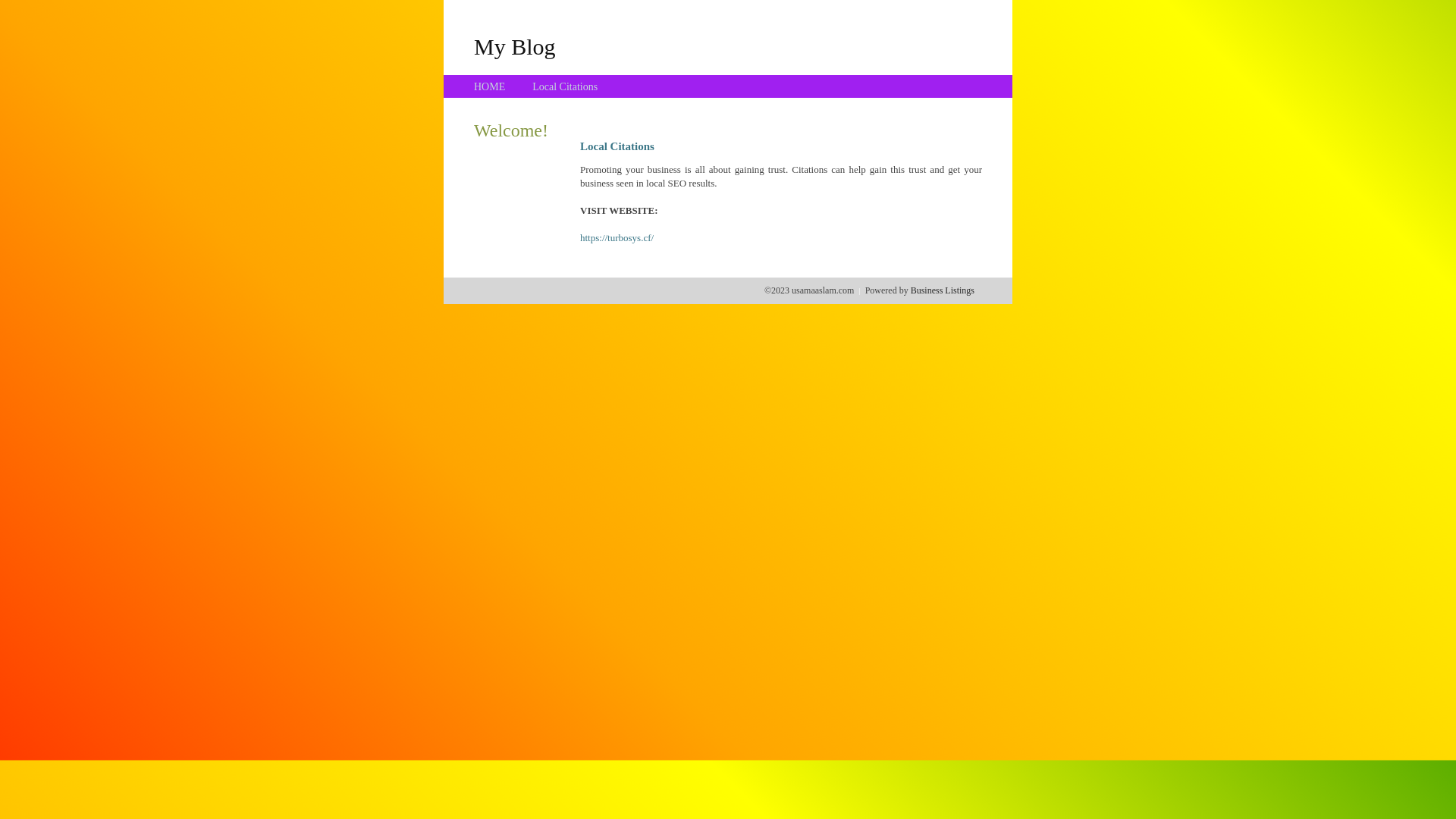  I want to click on 'Local Citations', so click(563, 86).